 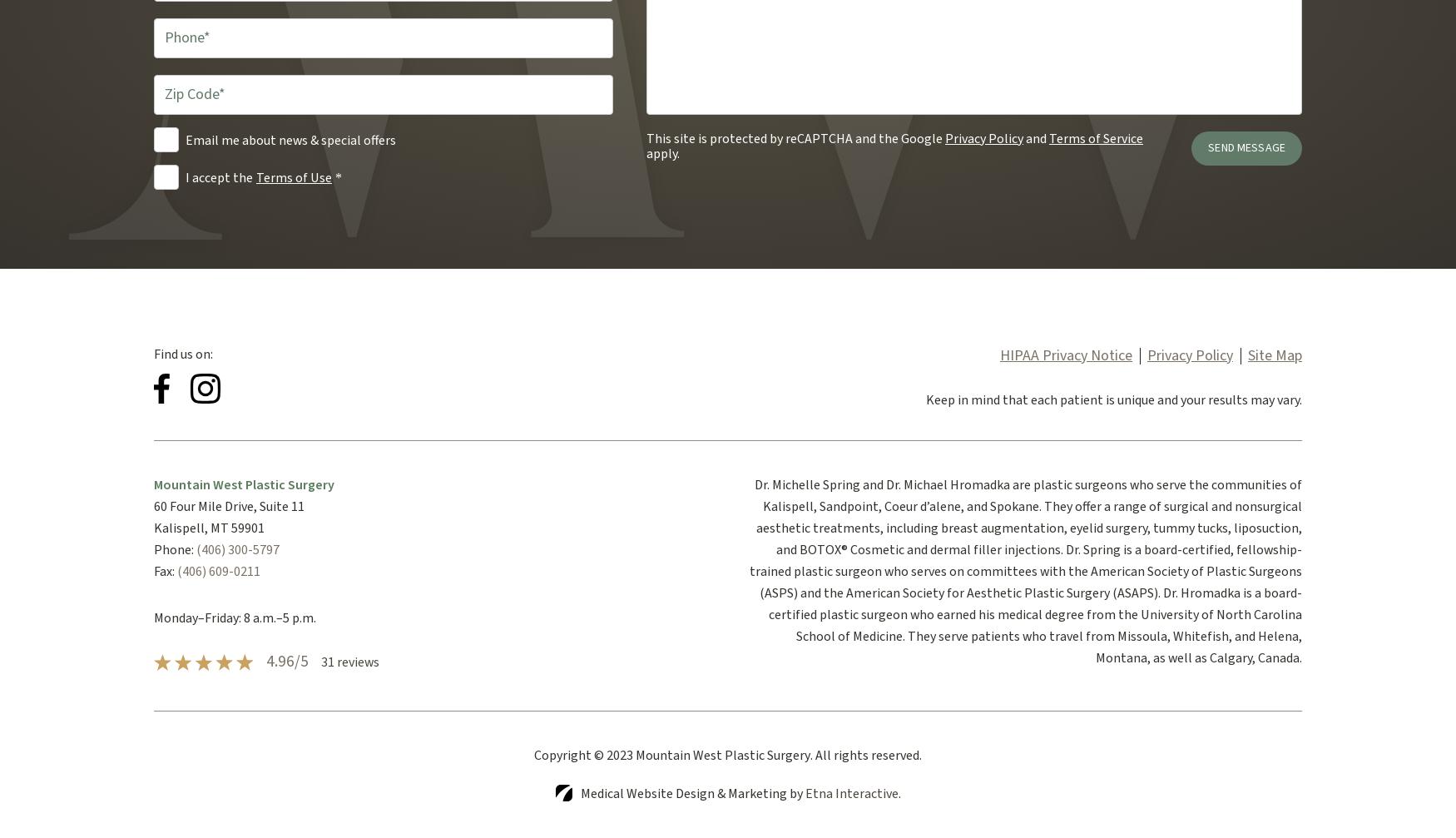 What do you see at coordinates (218, 177) in the screenshot?
I see `'I accept the'` at bounding box center [218, 177].